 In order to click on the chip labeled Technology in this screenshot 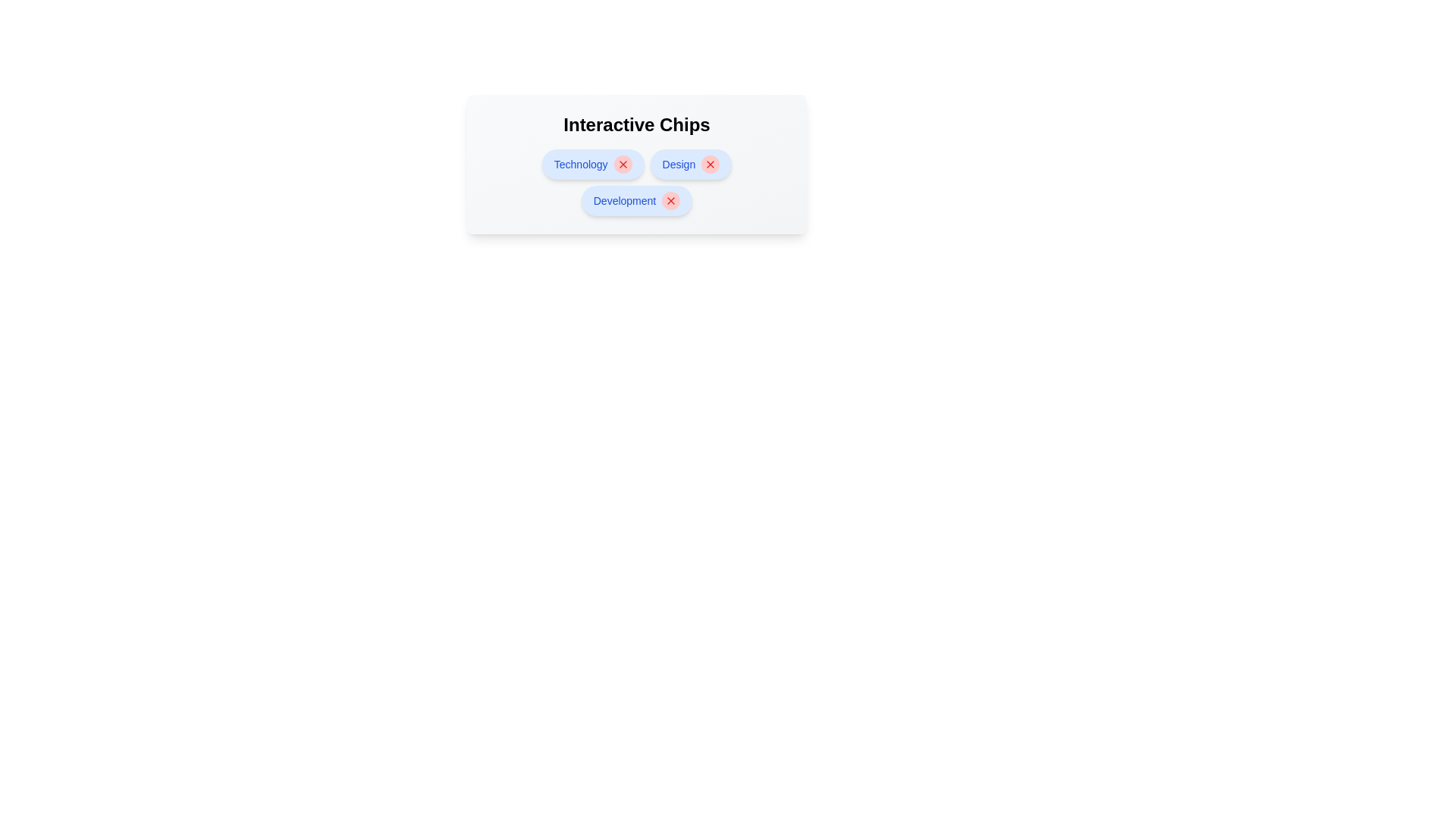, I will do `click(580, 164)`.